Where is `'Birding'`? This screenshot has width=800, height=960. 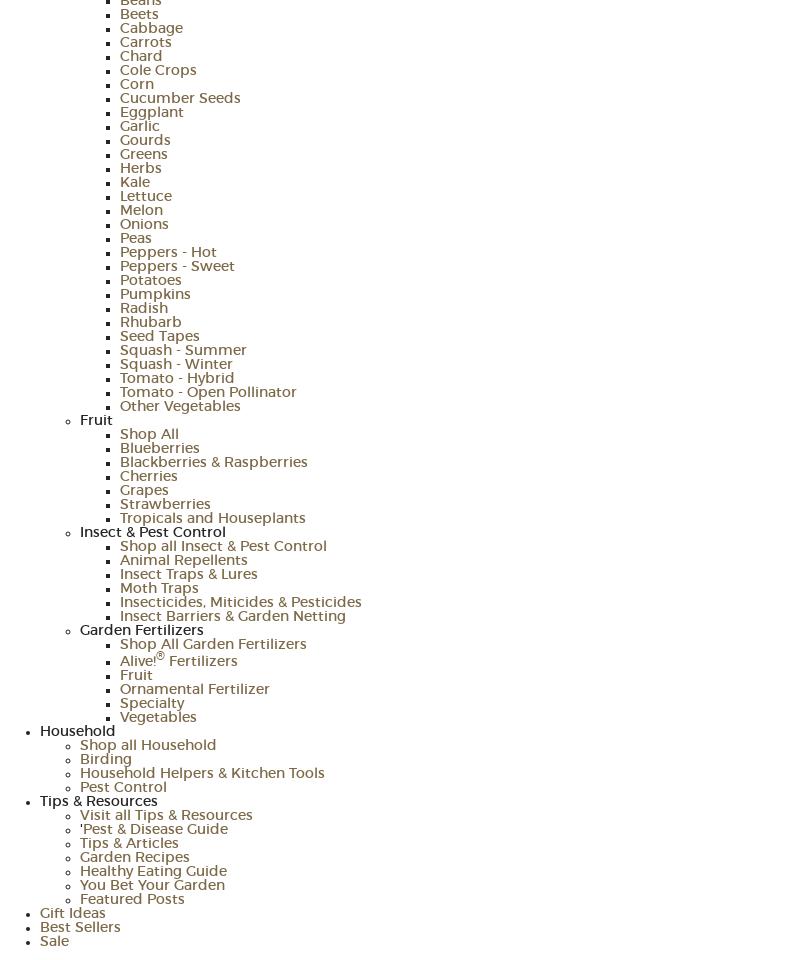
'Birding' is located at coordinates (105, 759).